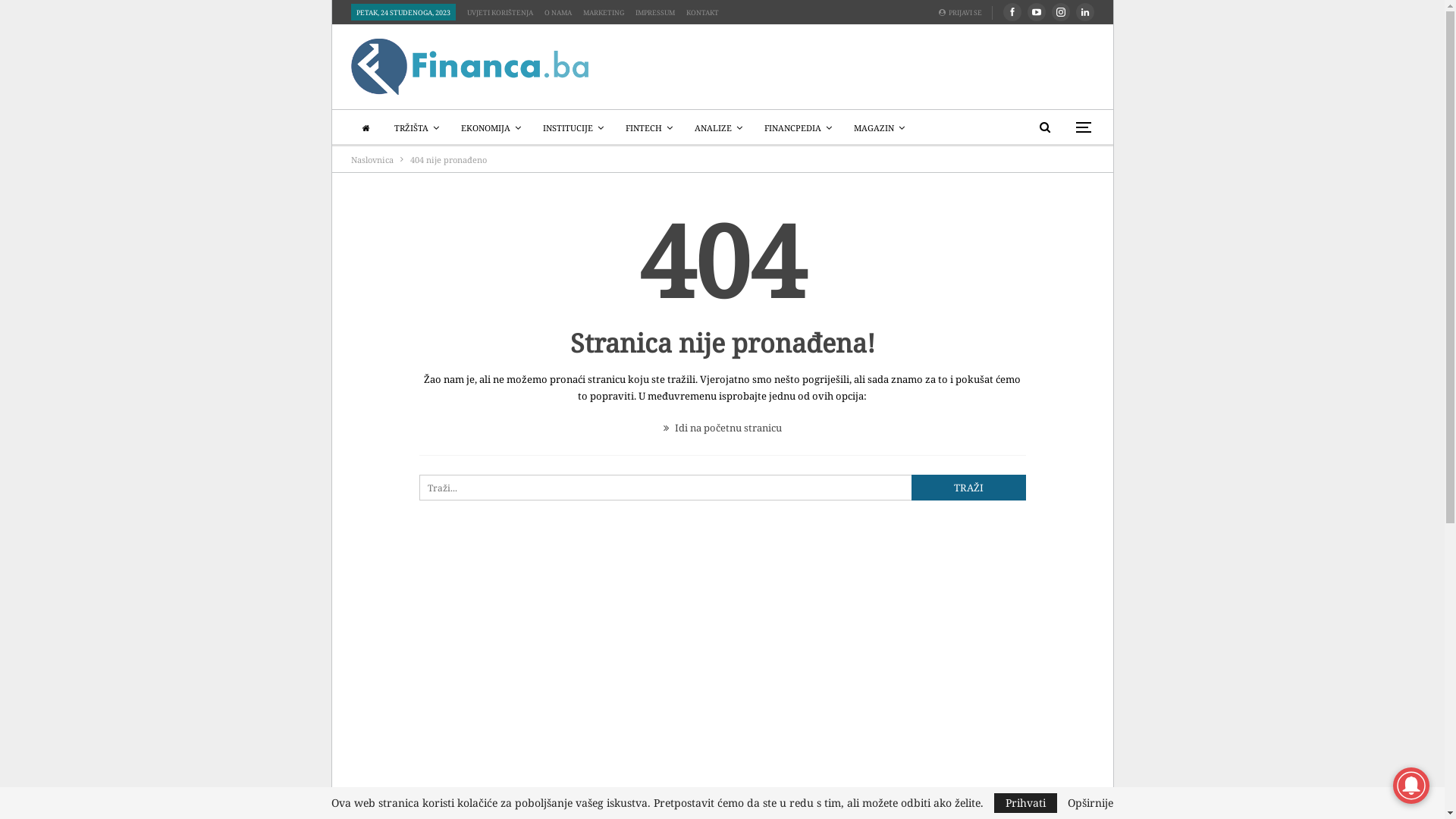  What do you see at coordinates (964, 12) in the screenshot?
I see `'PRIJAVI SE'` at bounding box center [964, 12].